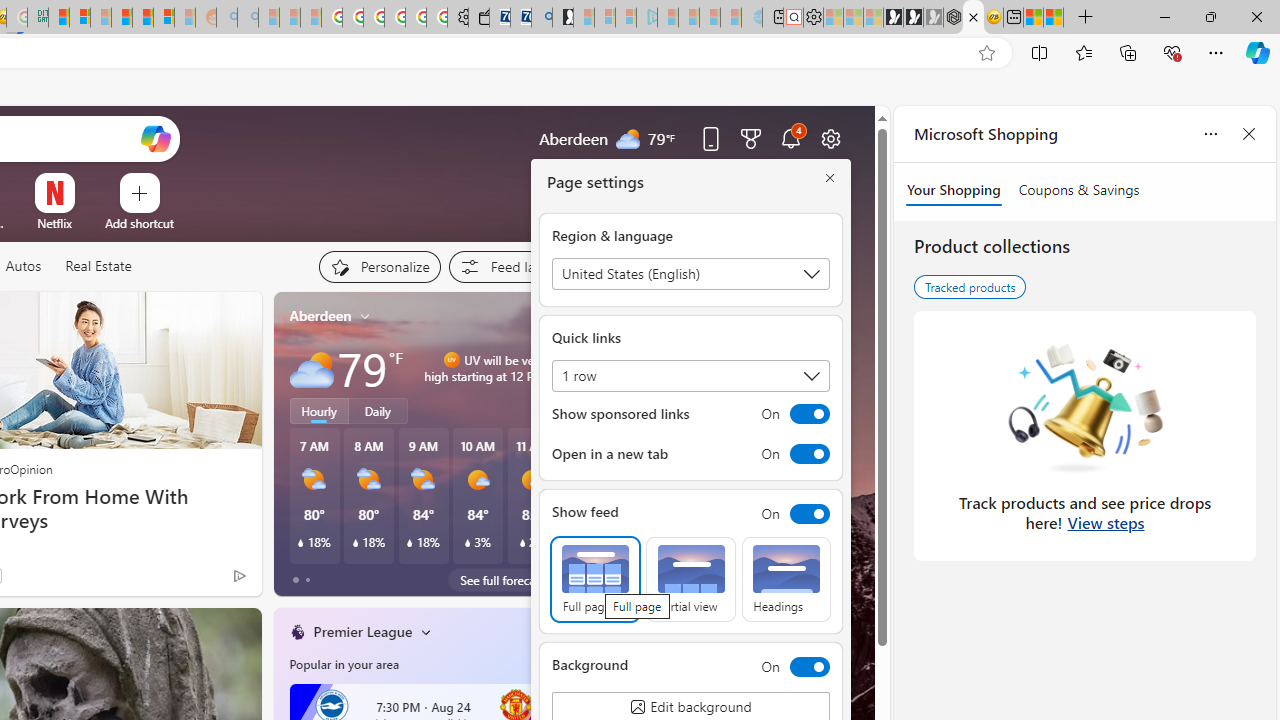  Describe the element at coordinates (790, 137) in the screenshot. I see `'Notifications'` at that location.